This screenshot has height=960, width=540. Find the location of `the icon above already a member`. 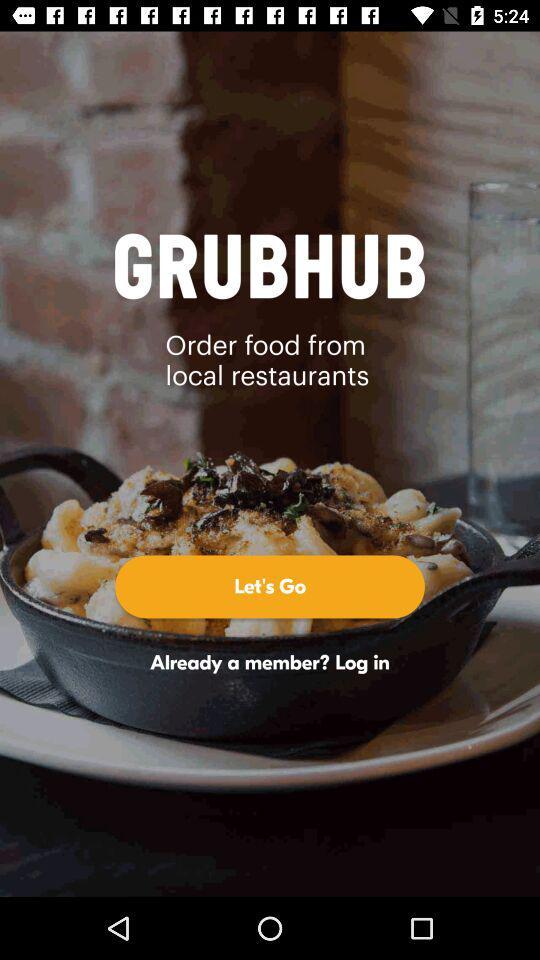

the icon above already a member is located at coordinates (270, 586).